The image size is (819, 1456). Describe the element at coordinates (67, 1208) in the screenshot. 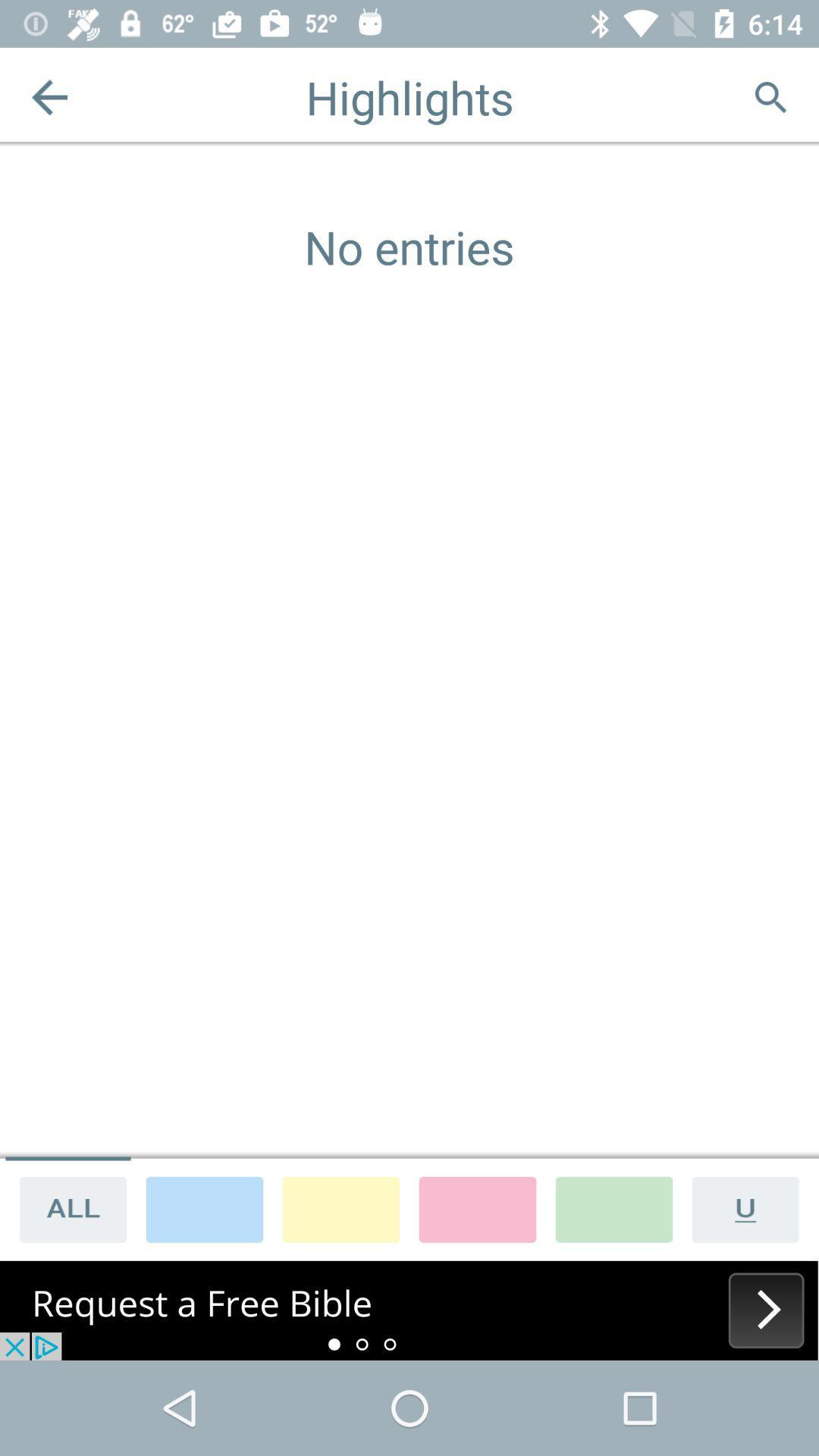

I see `see all contents` at that location.